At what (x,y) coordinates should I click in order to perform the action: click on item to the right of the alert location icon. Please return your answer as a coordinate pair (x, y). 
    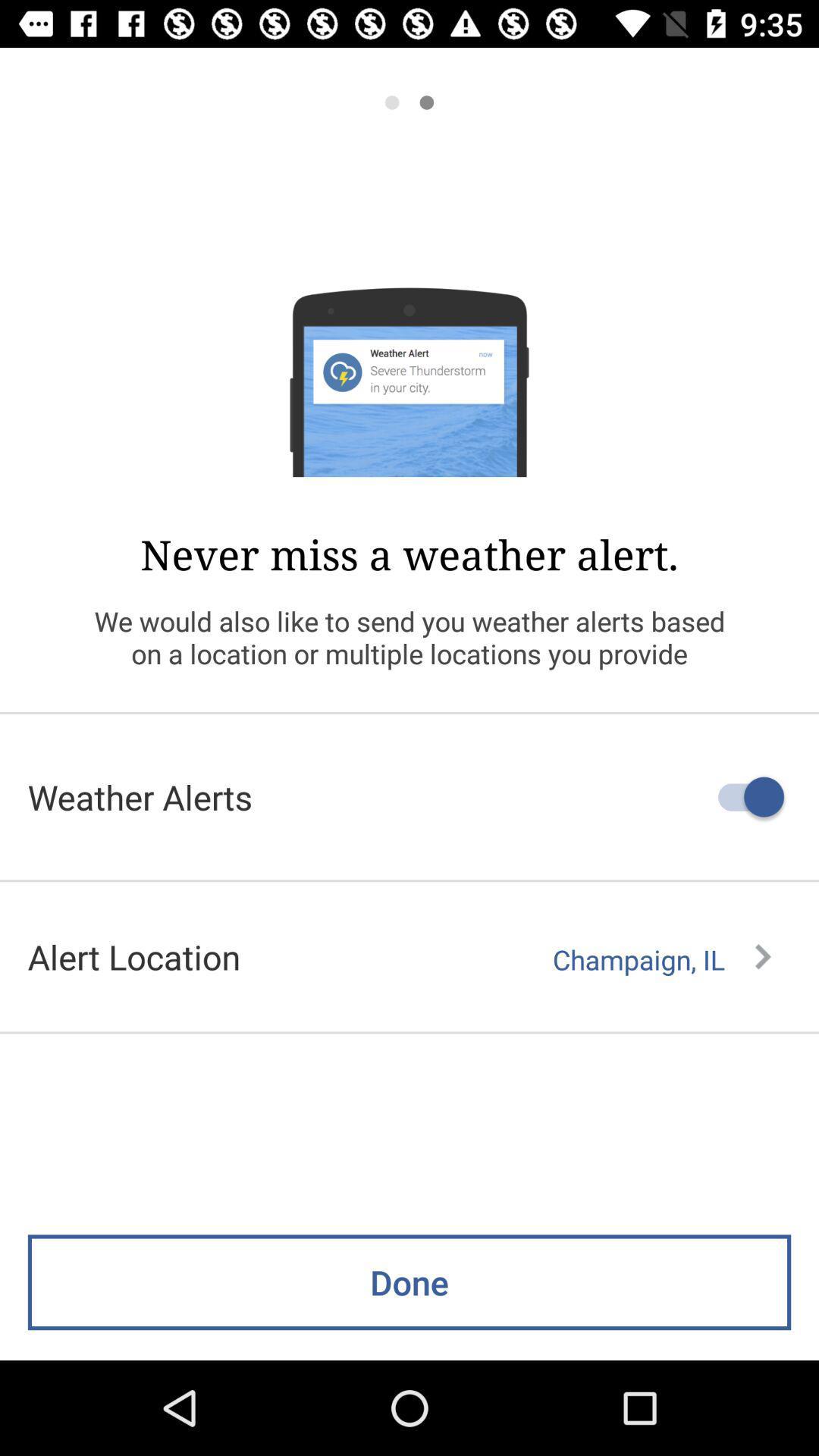
    Looking at the image, I should click on (661, 959).